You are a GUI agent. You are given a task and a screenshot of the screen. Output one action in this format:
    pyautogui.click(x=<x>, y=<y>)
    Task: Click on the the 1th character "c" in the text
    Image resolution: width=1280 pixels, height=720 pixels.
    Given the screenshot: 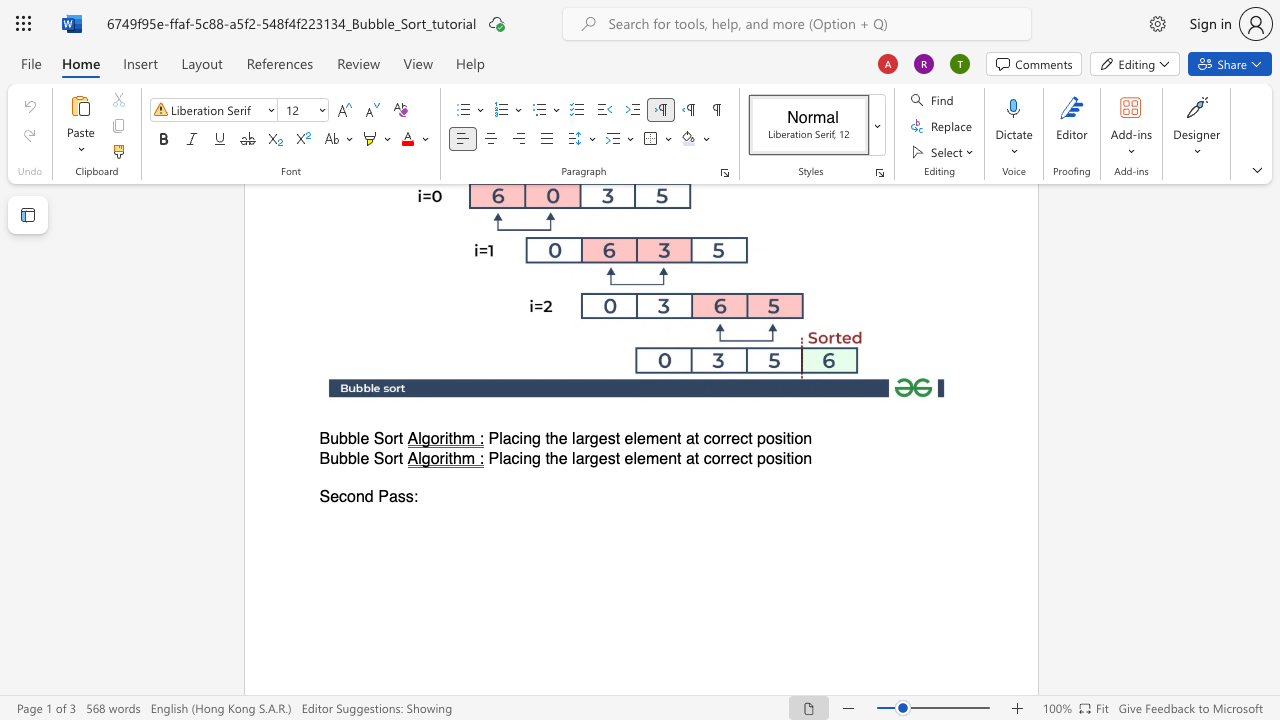 What is the action you would take?
    pyautogui.click(x=515, y=458)
    